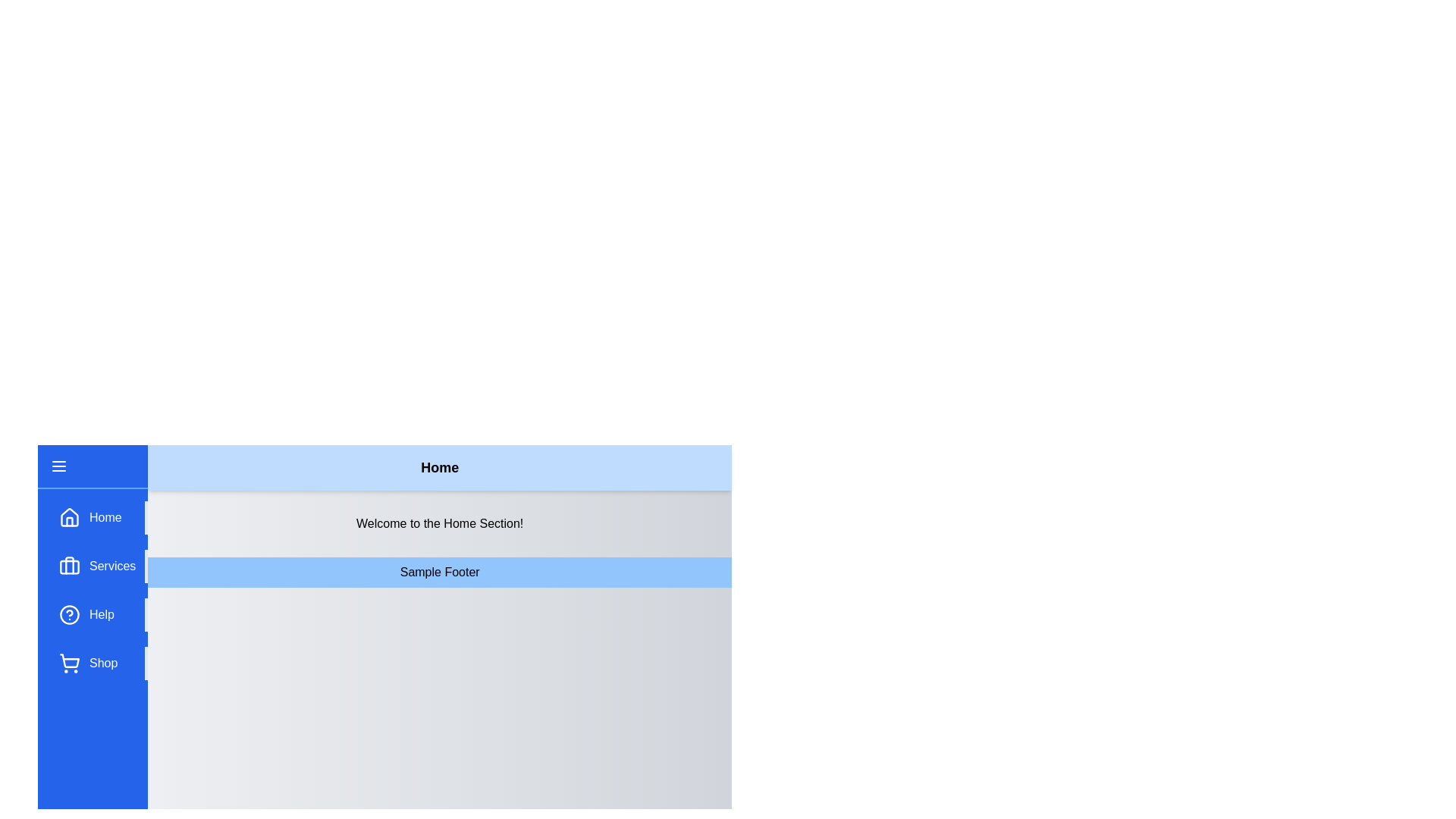 Image resolution: width=1456 pixels, height=819 pixels. I want to click on the shopping cart icon located at the bottom of the 'Shop' menu item in the vertical navigation bar for accessibility purposes, so click(68, 663).